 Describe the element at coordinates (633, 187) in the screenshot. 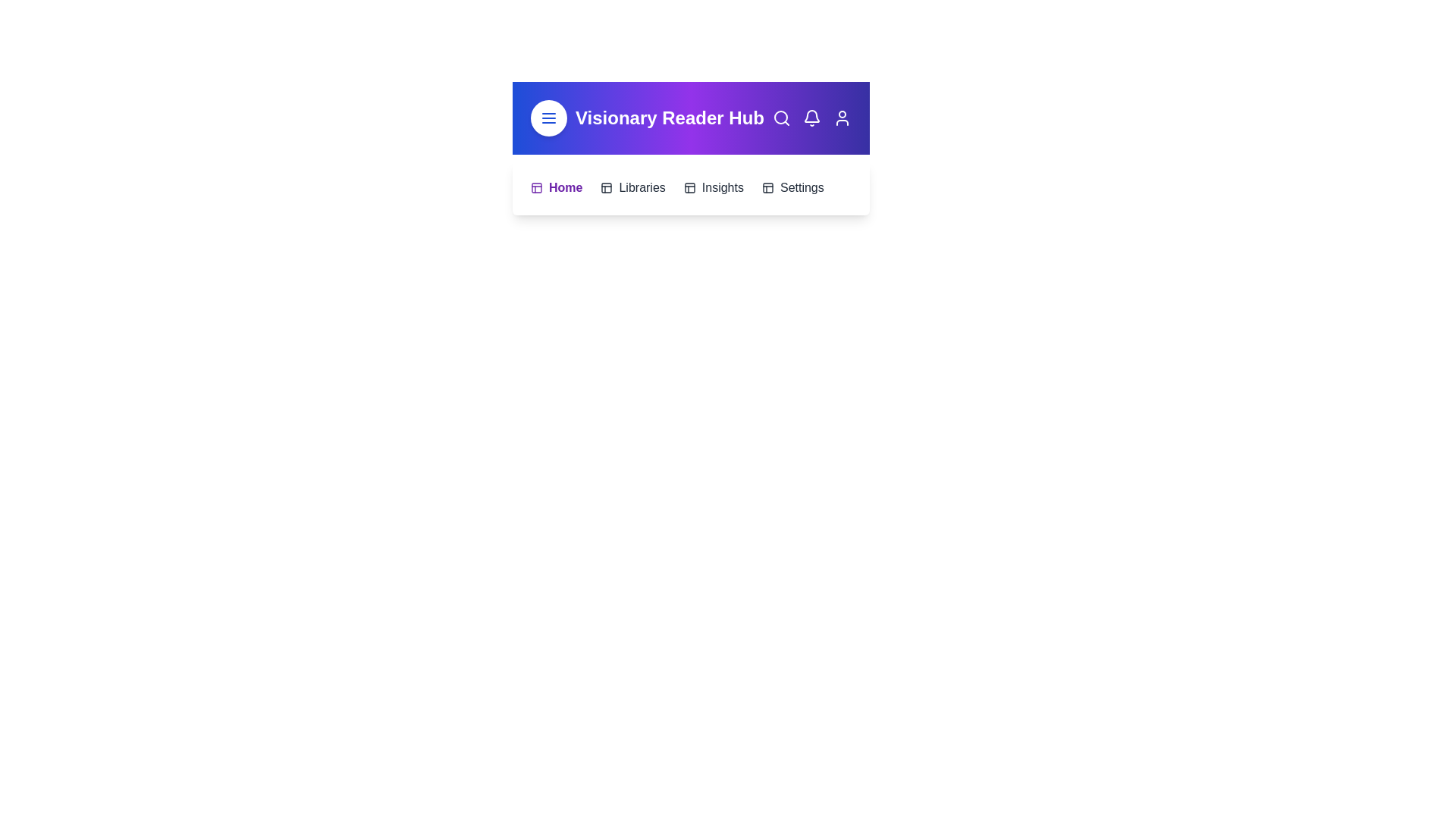

I see `the menu item Libraries by clicking on it` at that location.